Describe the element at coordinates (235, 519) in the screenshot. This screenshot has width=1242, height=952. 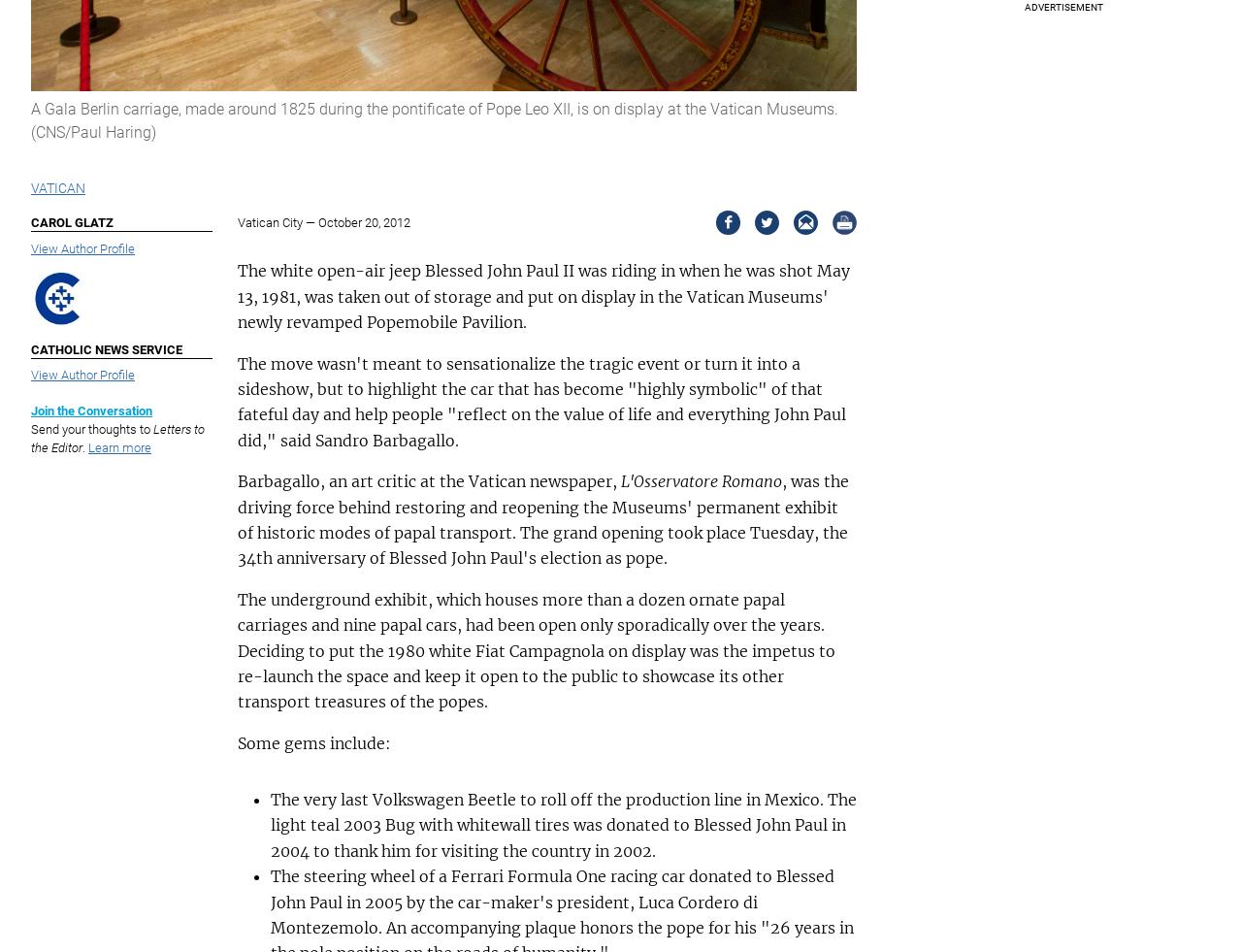
I see `', was the driving force behind restoring and reopening the Museums' permanent exhibit of historic modes of papal transport. The grand opening took place Tuesday, the 34th anniversary of Blessed John Paul's election as pope.'` at that location.